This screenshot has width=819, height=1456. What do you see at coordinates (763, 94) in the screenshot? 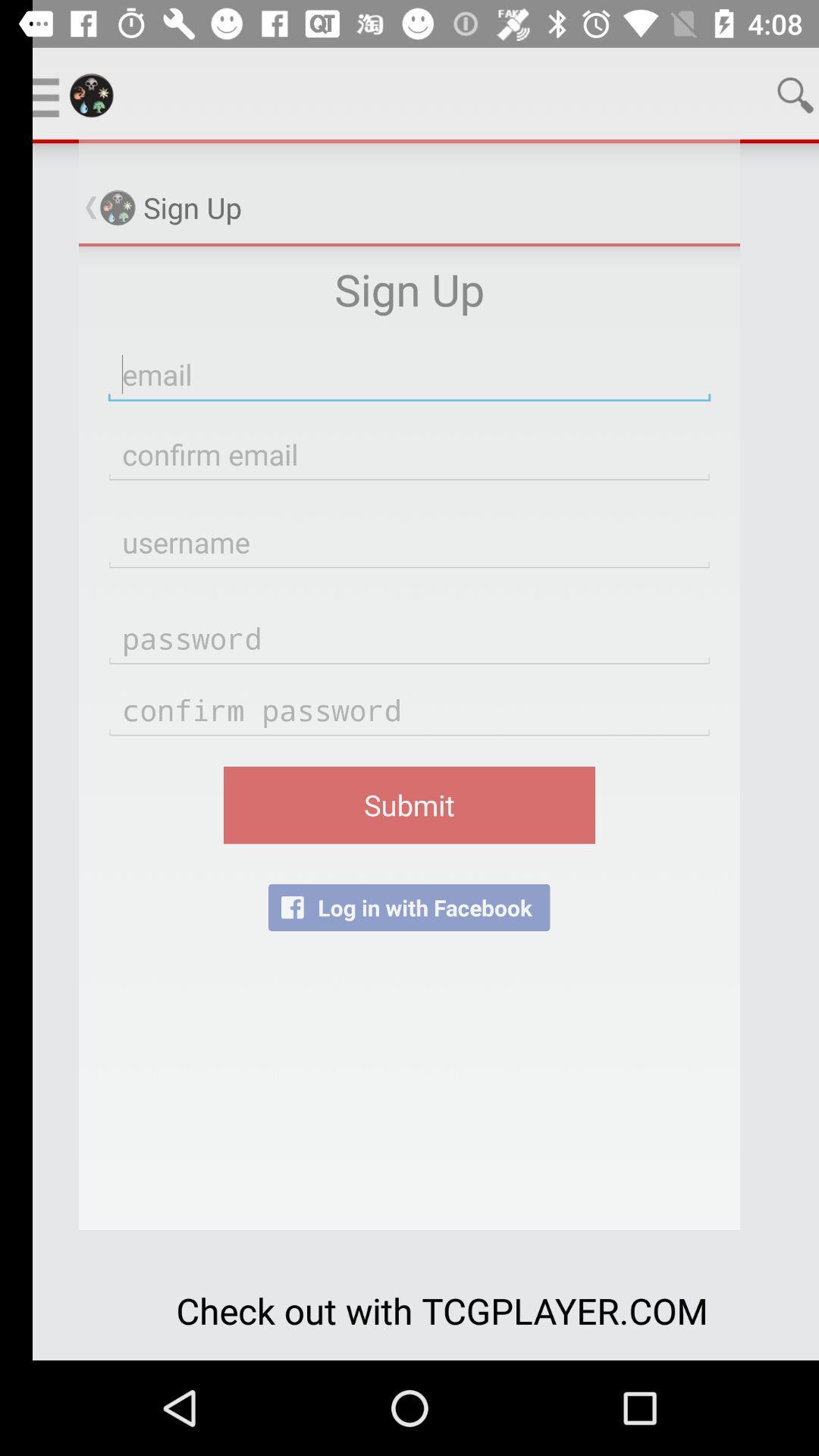
I see `the button which is at the top right corner of the page` at bounding box center [763, 94].